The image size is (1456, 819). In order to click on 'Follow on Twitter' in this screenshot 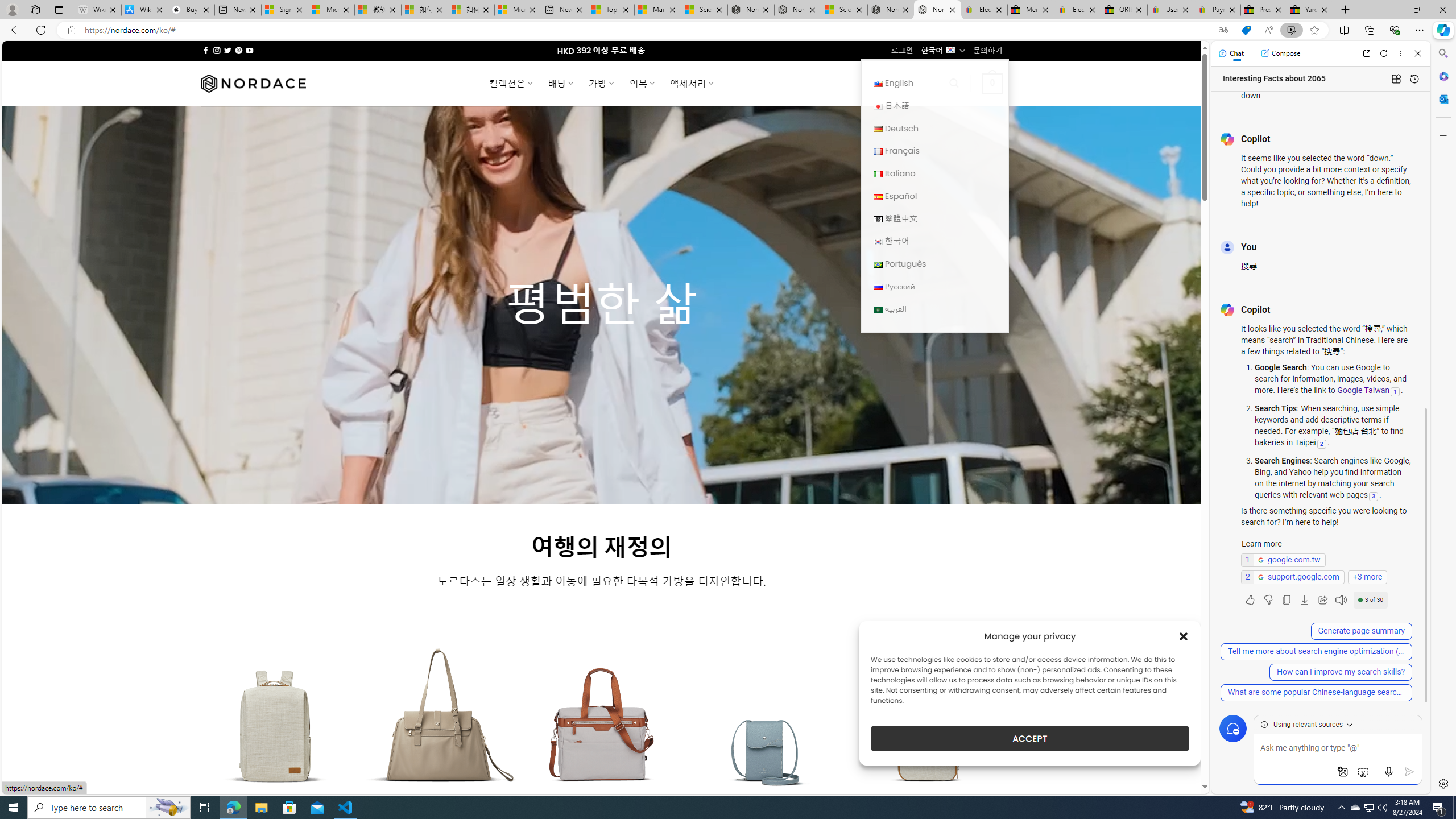, I will do `click(227, 50)`.